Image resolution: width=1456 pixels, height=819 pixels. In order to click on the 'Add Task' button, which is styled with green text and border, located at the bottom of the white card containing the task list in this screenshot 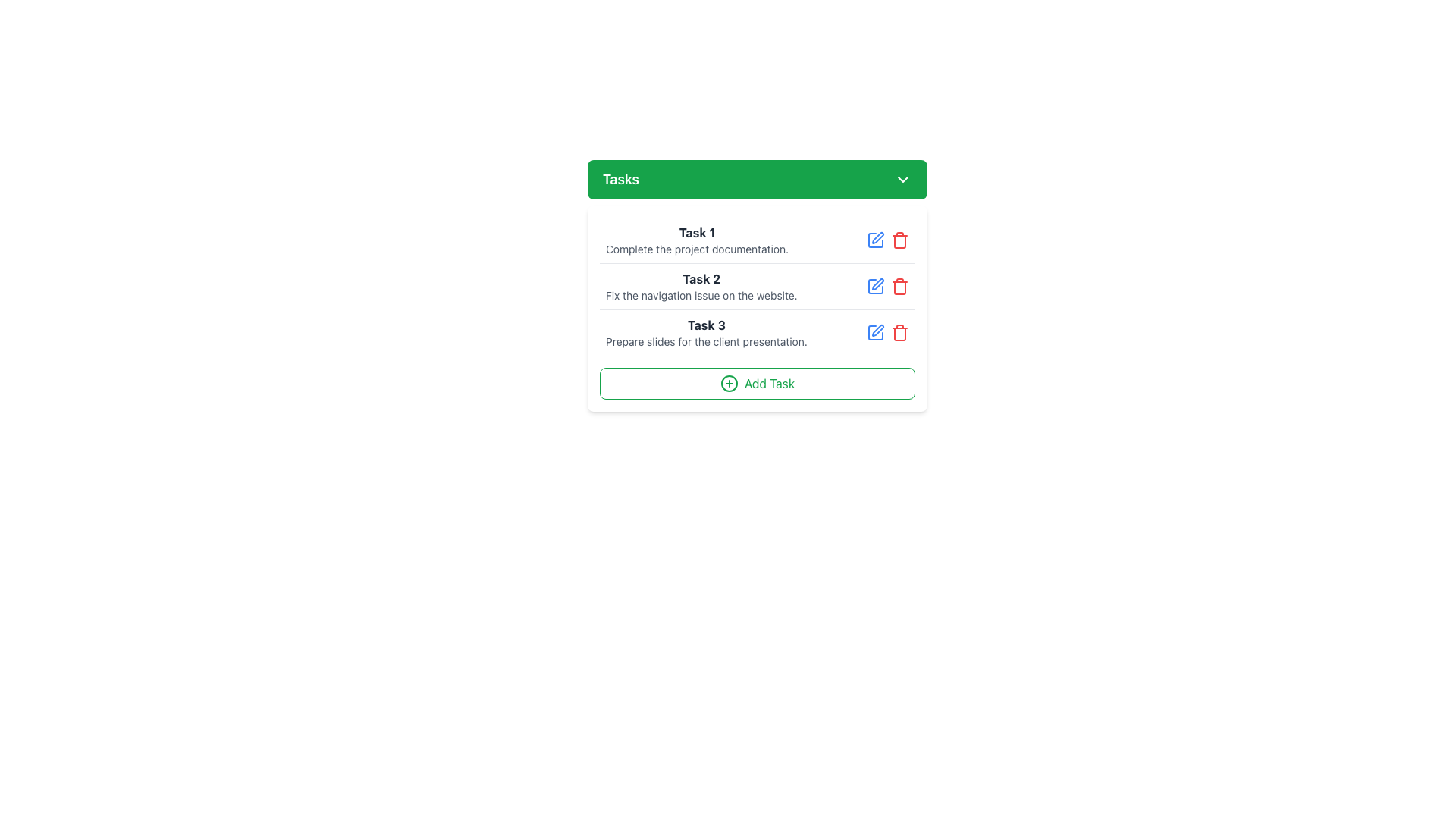, I will do `click(757, 382)`.